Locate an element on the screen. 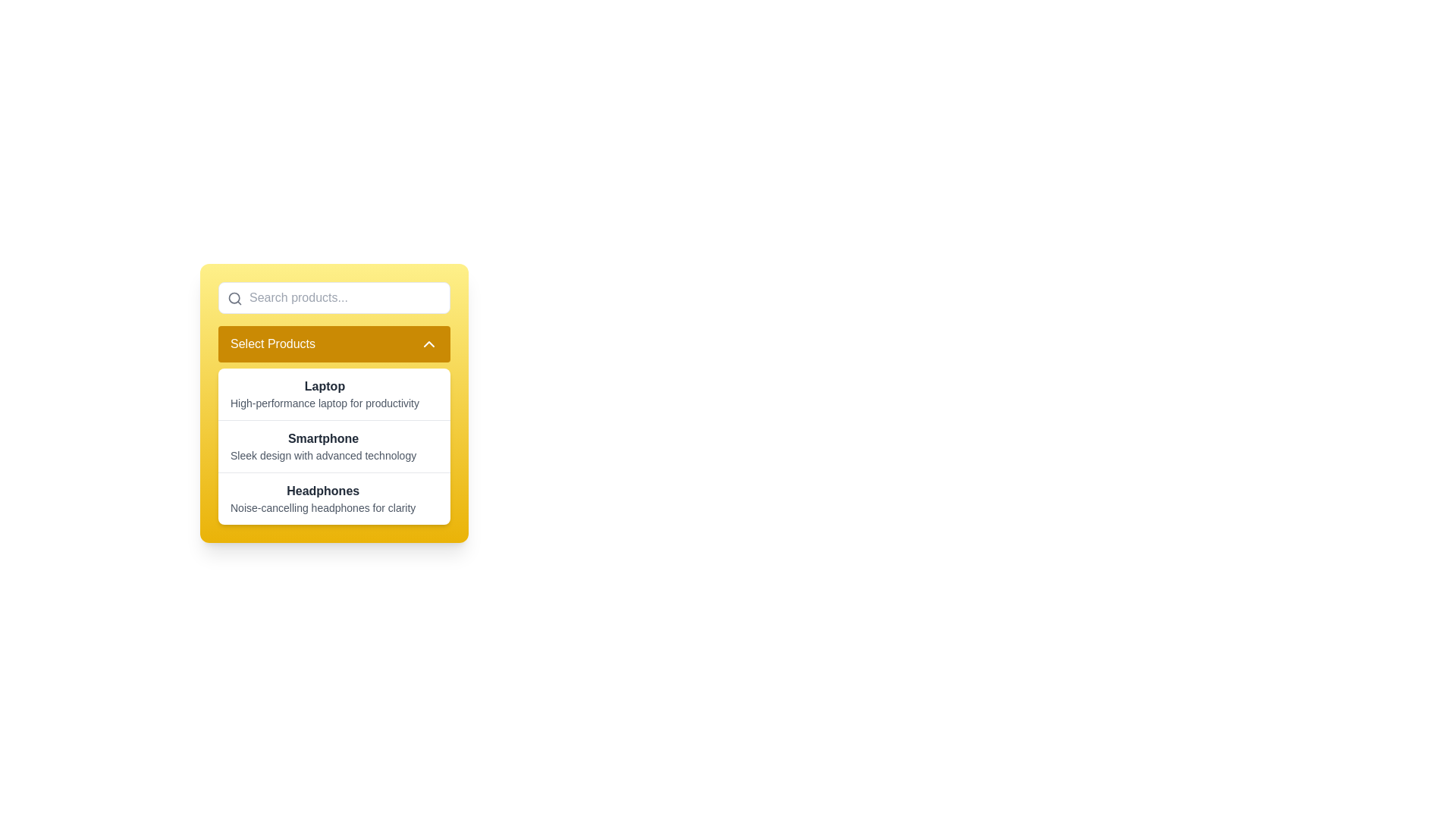 This screenshot has width=1456, height=819. the text label titled 'Smartphone' with the description 'Sleek design with advanced technology' is located at coordinates (322, 446).